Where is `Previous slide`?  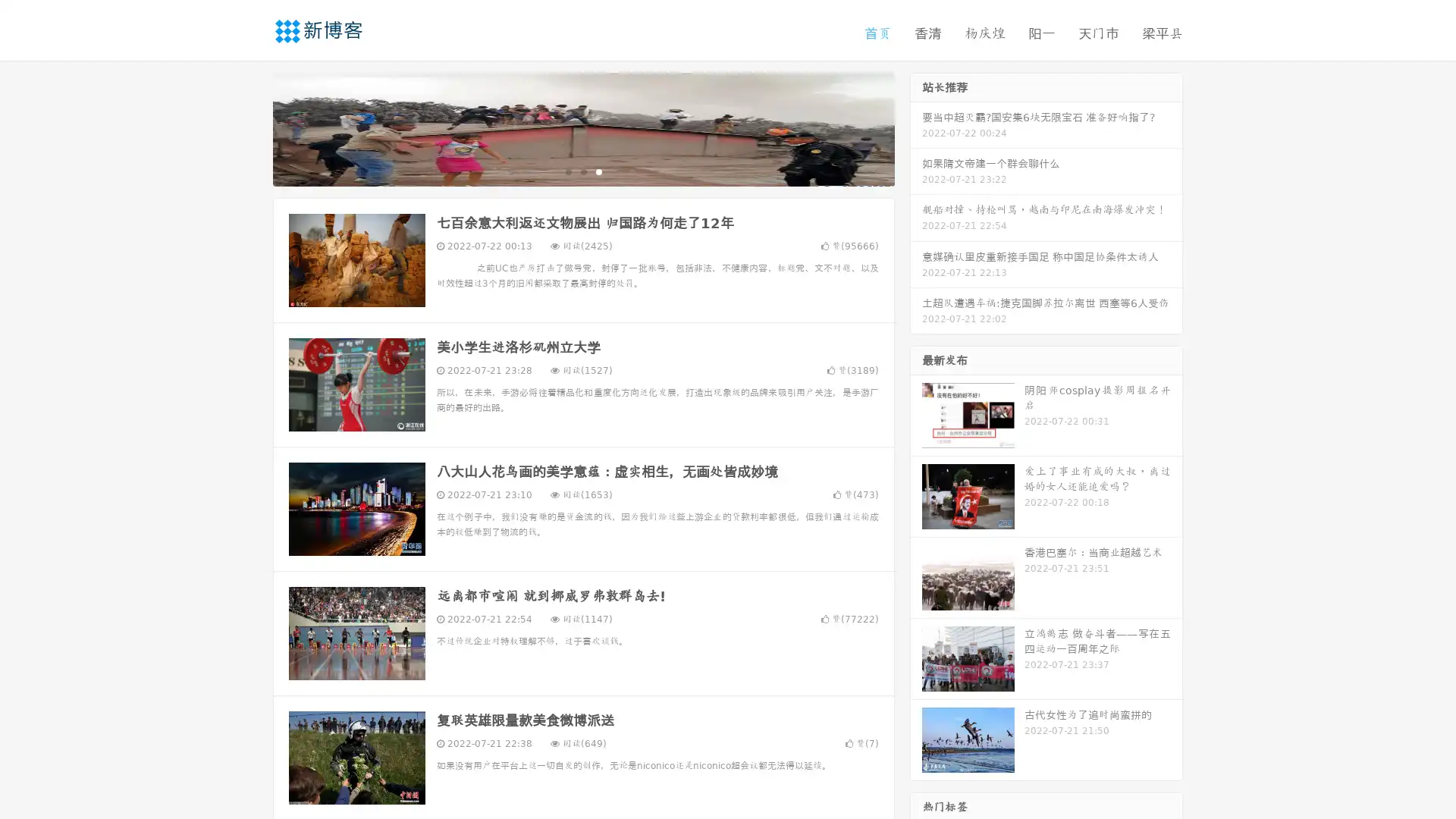 Previous slide is located at coordinates (250, 127).